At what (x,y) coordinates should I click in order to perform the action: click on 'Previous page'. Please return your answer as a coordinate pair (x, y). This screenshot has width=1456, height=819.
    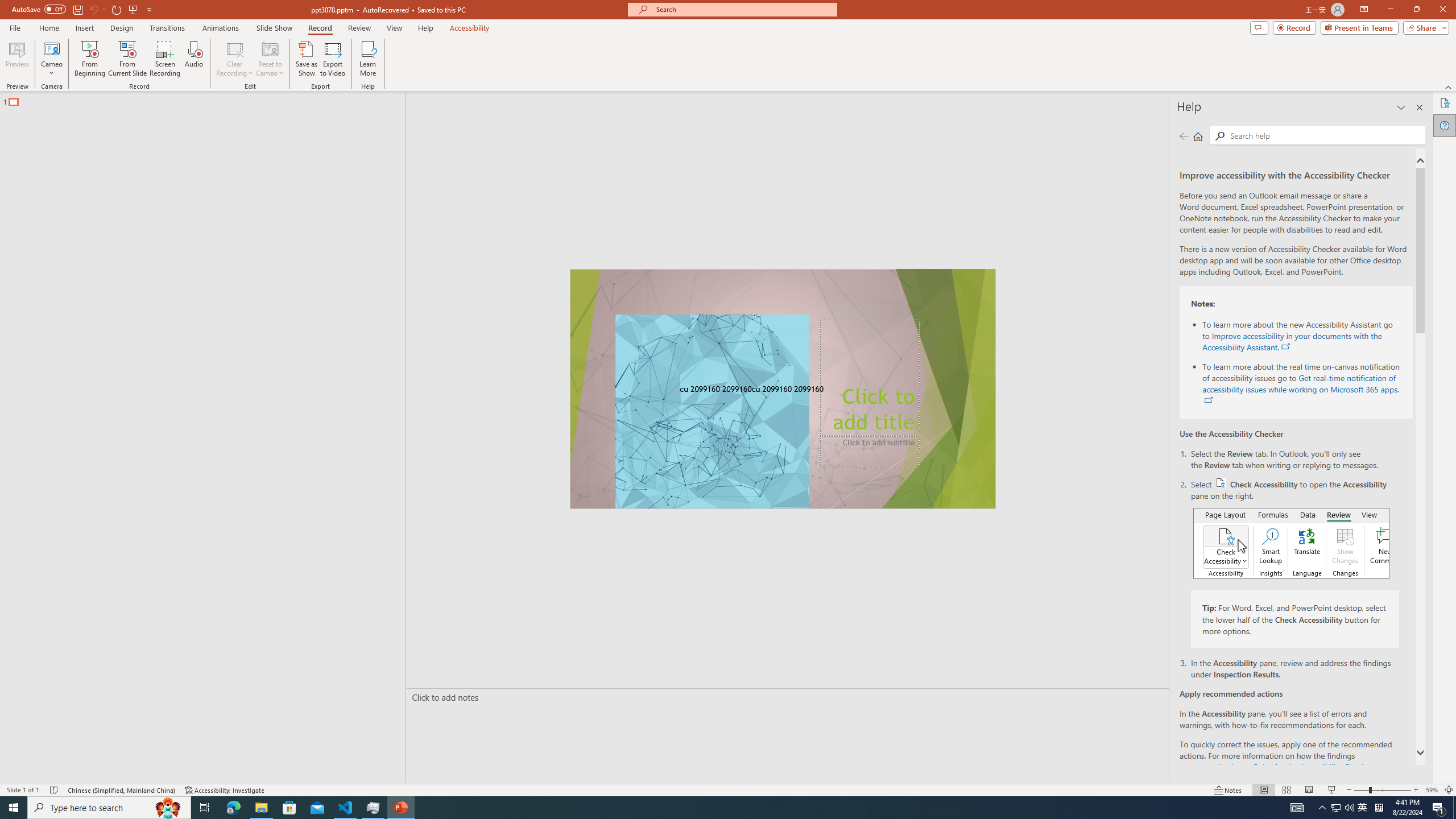
    Looking at the image, I should click on (1183, 135).